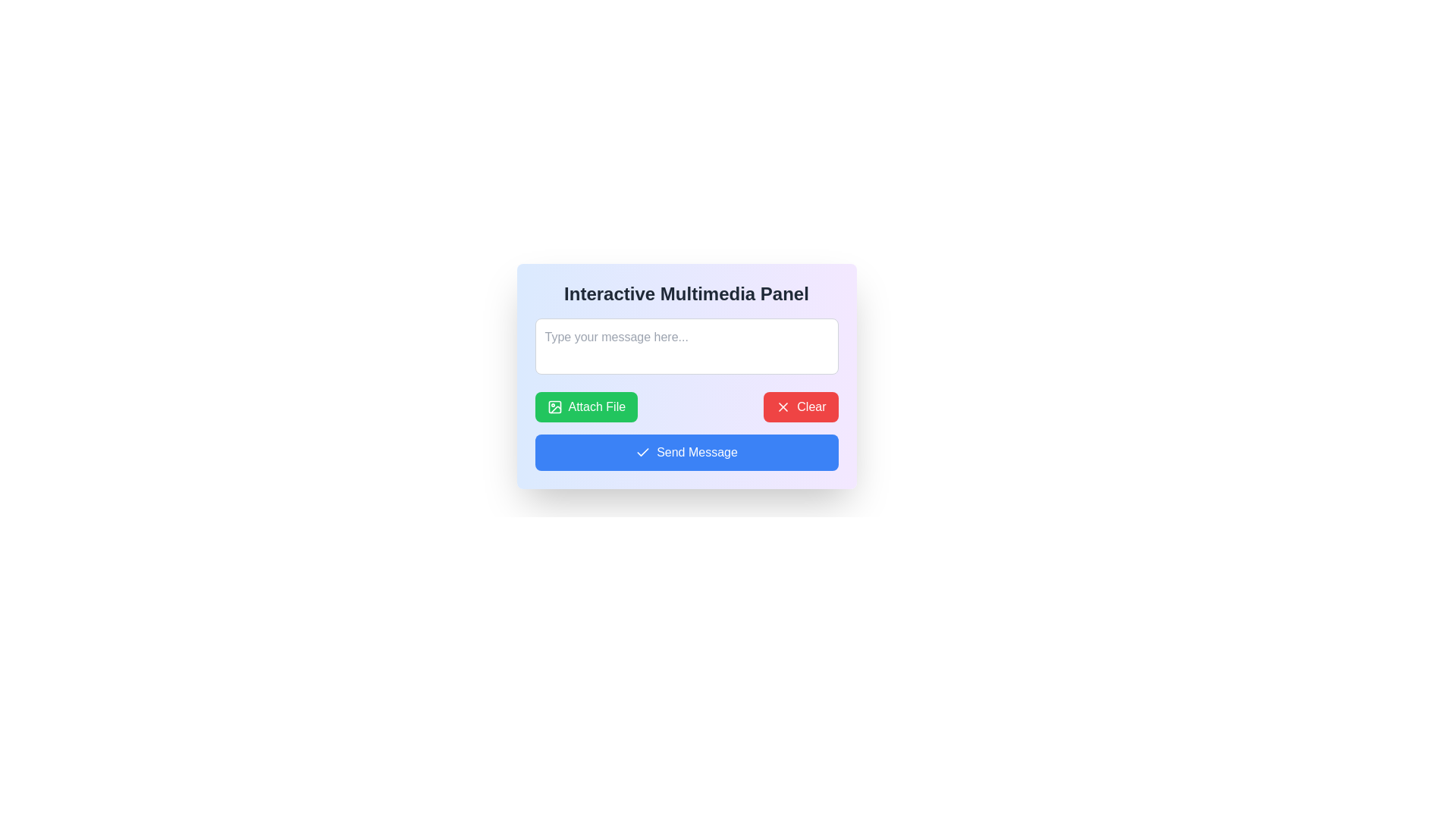  Describe the element at coordinates (554, 406) in the screenshot. I see `the green button labeled 'Attach File' that contains the icon` at that location.